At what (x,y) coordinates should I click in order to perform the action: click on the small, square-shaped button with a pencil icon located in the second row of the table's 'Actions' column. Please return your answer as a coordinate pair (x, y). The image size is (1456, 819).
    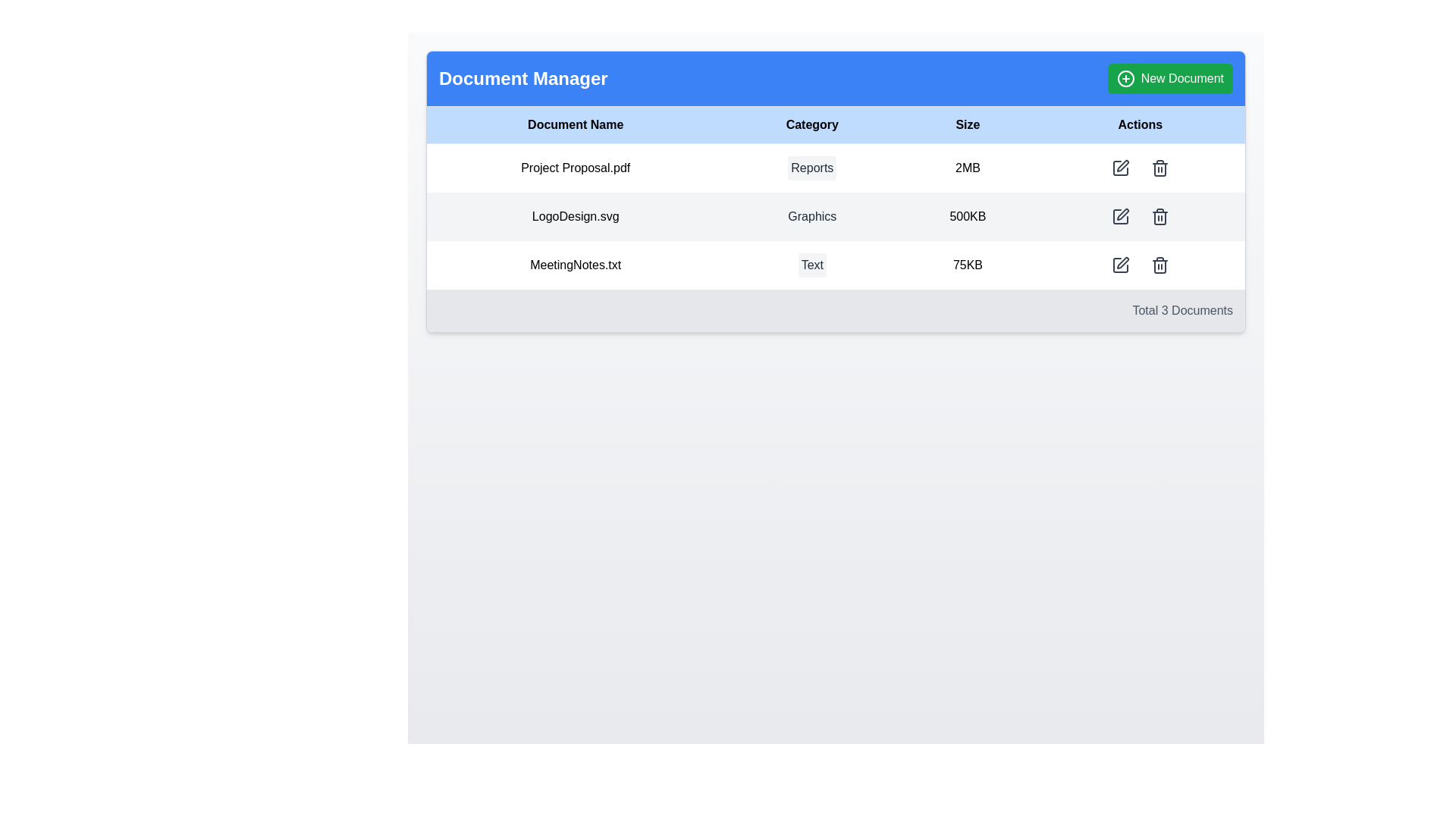
    Looking at the image, I should click on (1120, 216).